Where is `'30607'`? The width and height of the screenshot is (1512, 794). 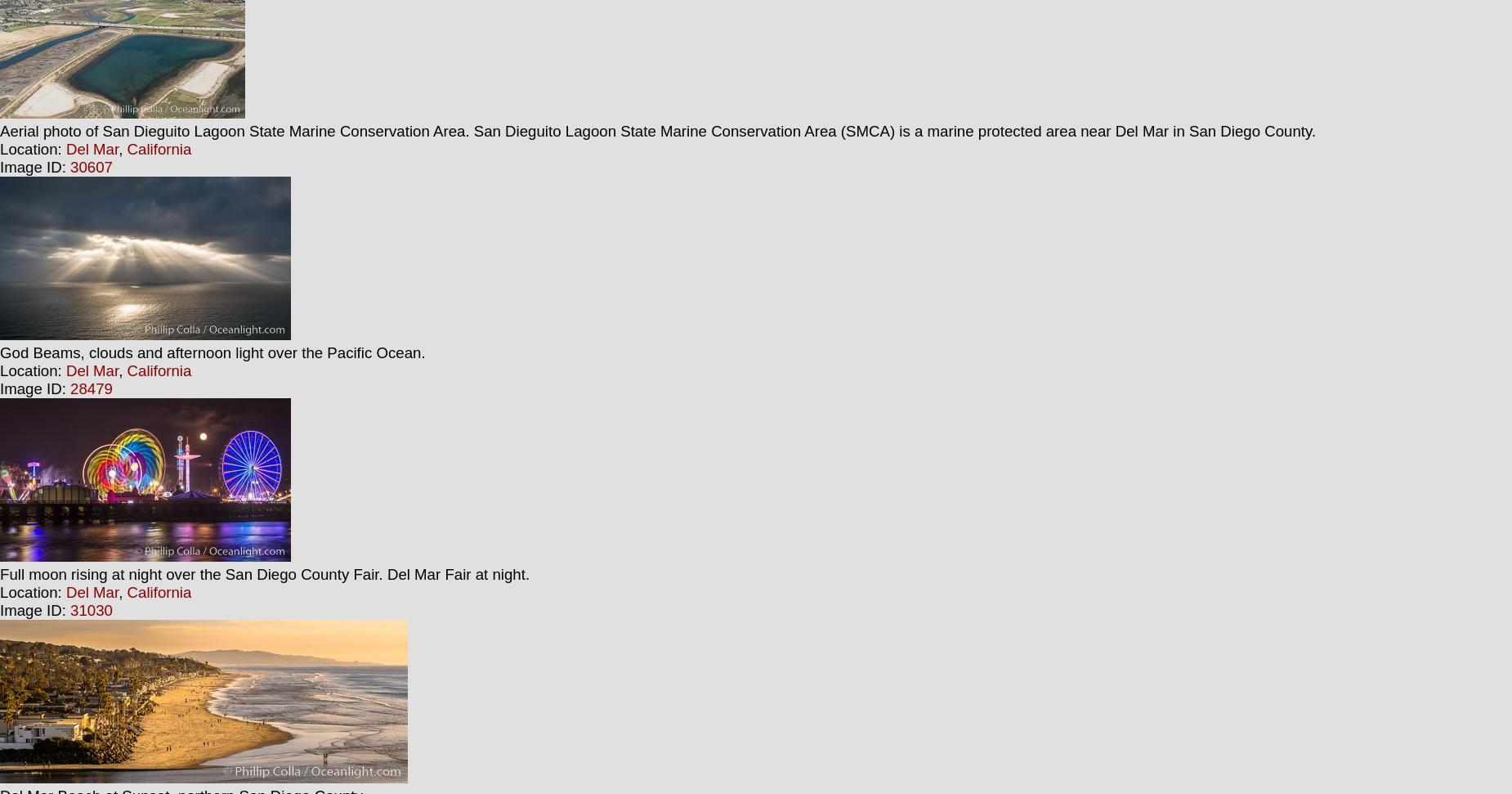 '30607' is located at coordinates (69, 166).